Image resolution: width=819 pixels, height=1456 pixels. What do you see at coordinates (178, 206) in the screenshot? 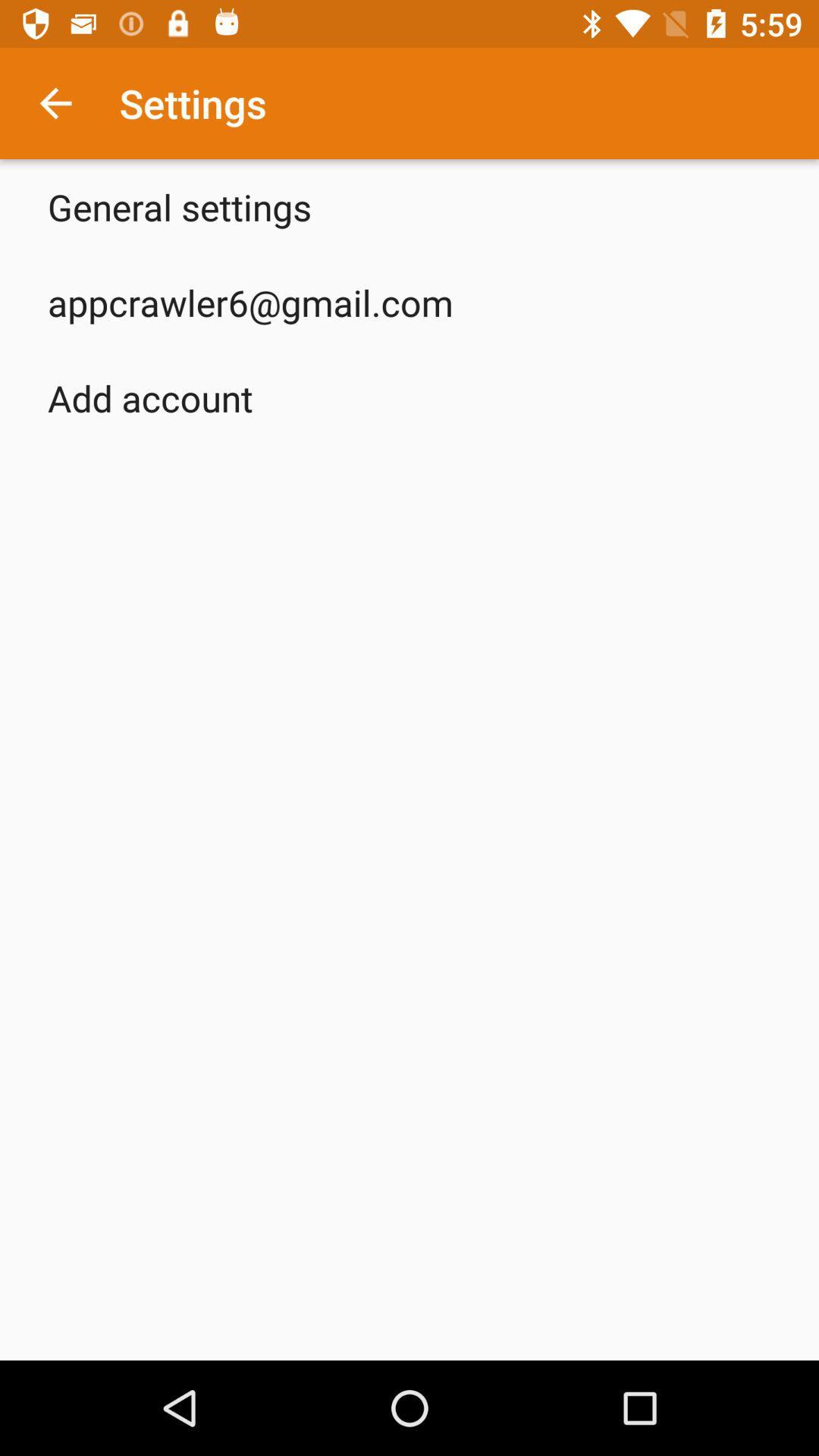
I see `the app above the appcrawler6@gmail.com item` at bounding box center [178, 206].